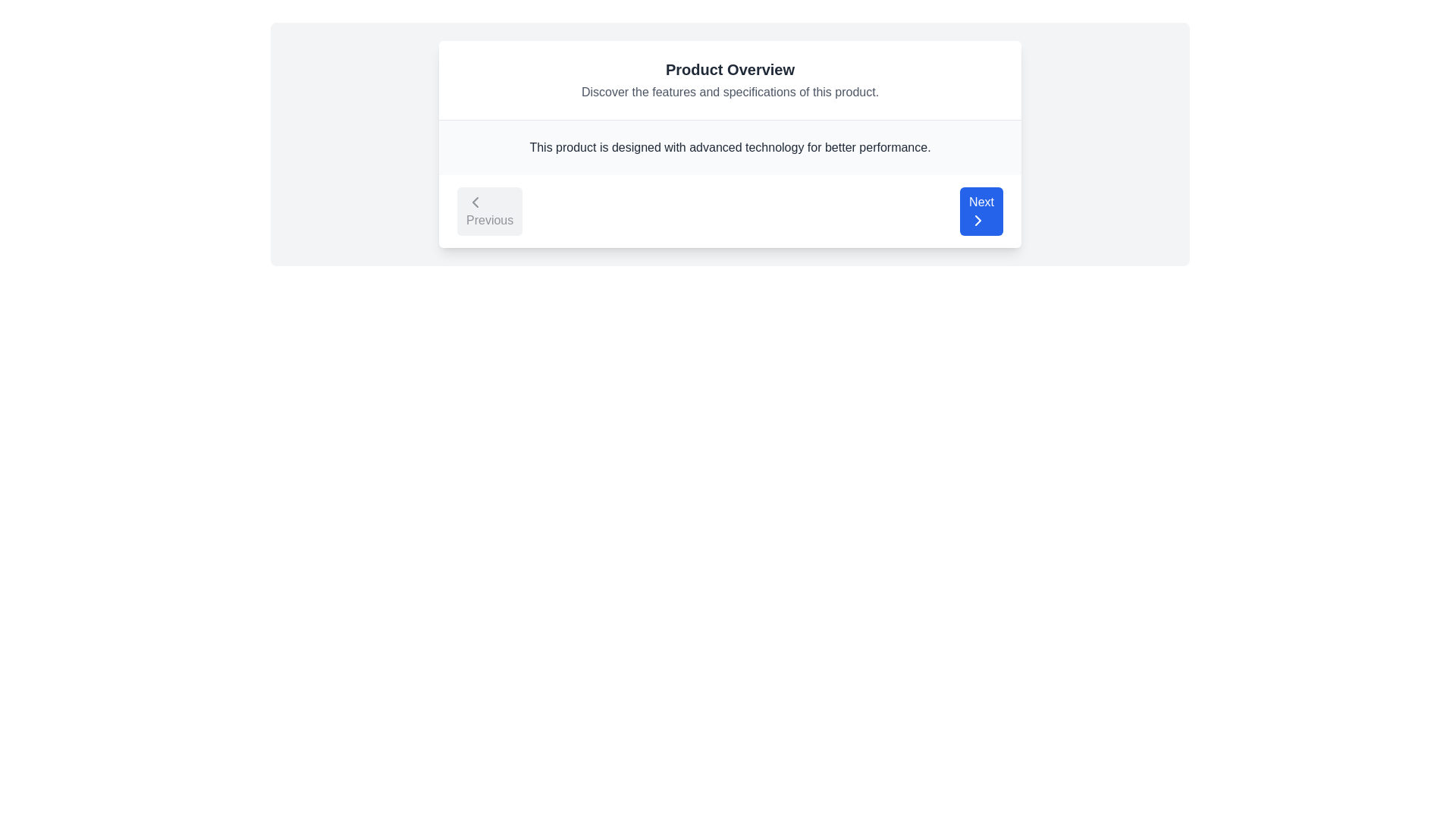  Describe the element at coordinates (730, 93) in the screenshot. I see `the text block element that reads 'Discover the features and specifications of this product.' which is located directly under the bolded title 'Product Overview'` at that location.